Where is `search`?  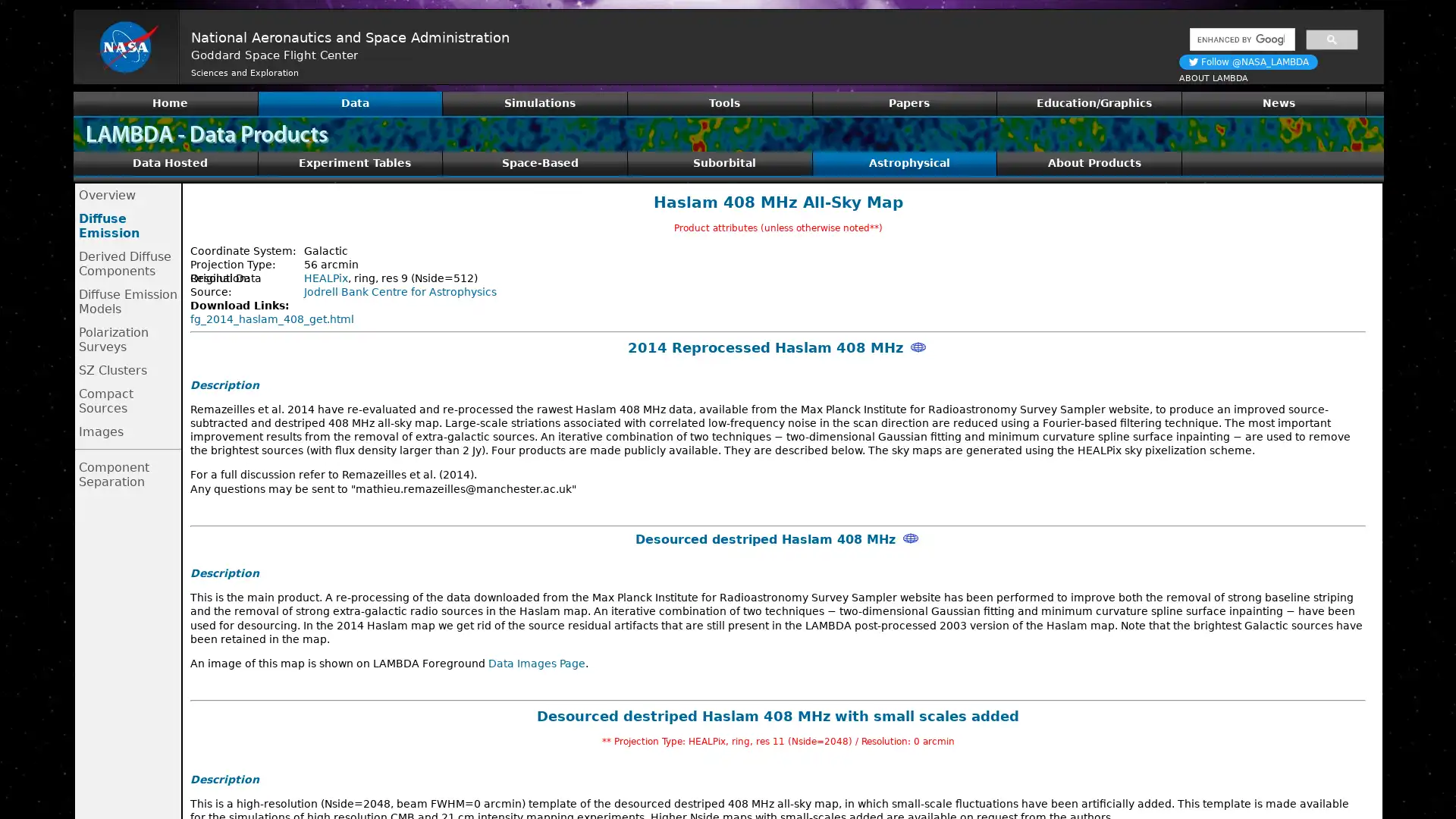 search is located at coordinates (1331, 38).